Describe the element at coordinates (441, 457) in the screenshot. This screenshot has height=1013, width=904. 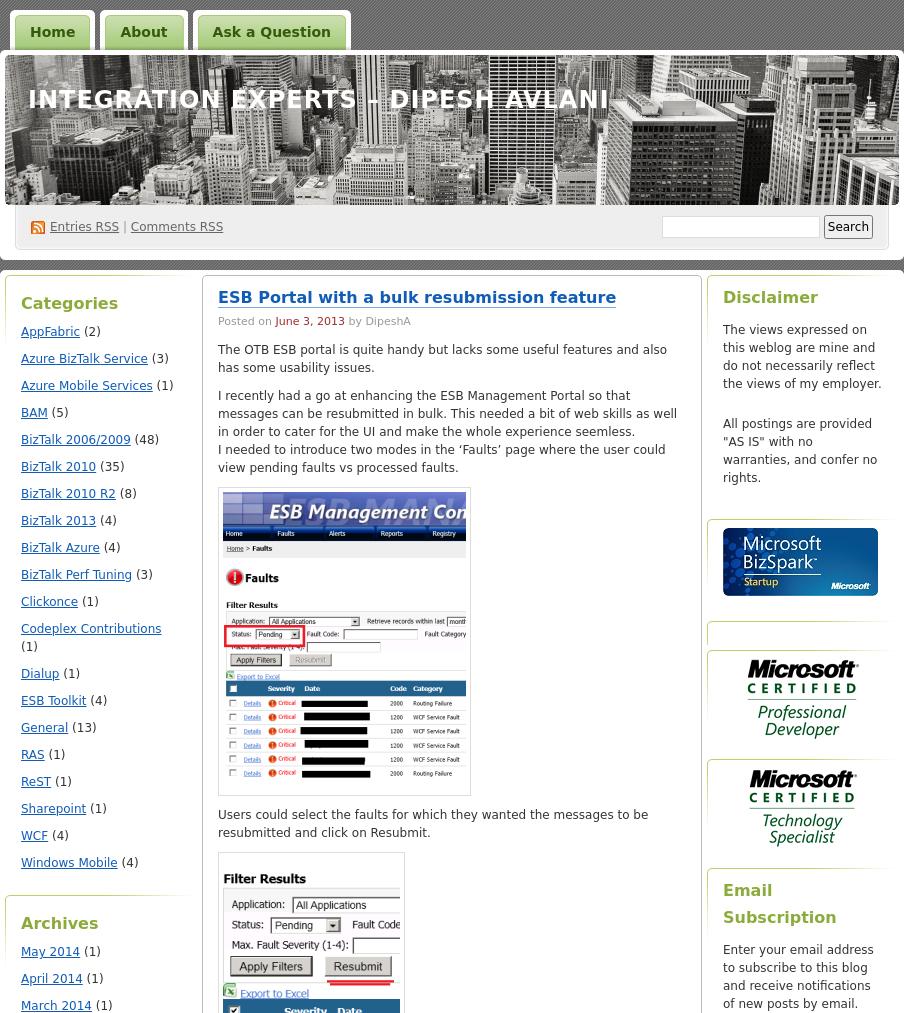
I see `'I needed to introduce two modes in the ‘Faults’ page where the user could view pending faults vs processed faults.'` at that location.